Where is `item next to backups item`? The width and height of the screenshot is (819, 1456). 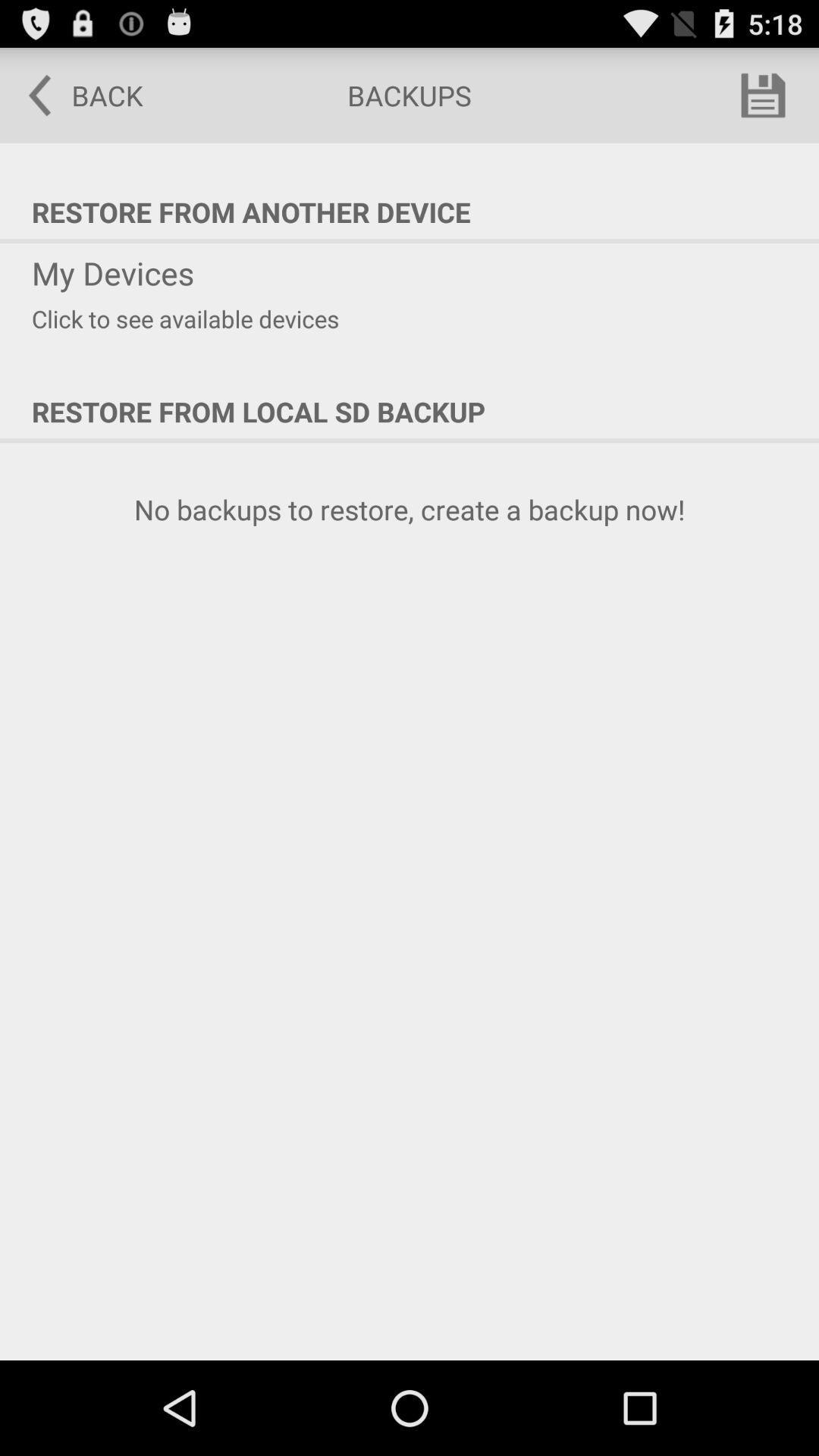 item next to backups item is located at coordinates (75, 94).